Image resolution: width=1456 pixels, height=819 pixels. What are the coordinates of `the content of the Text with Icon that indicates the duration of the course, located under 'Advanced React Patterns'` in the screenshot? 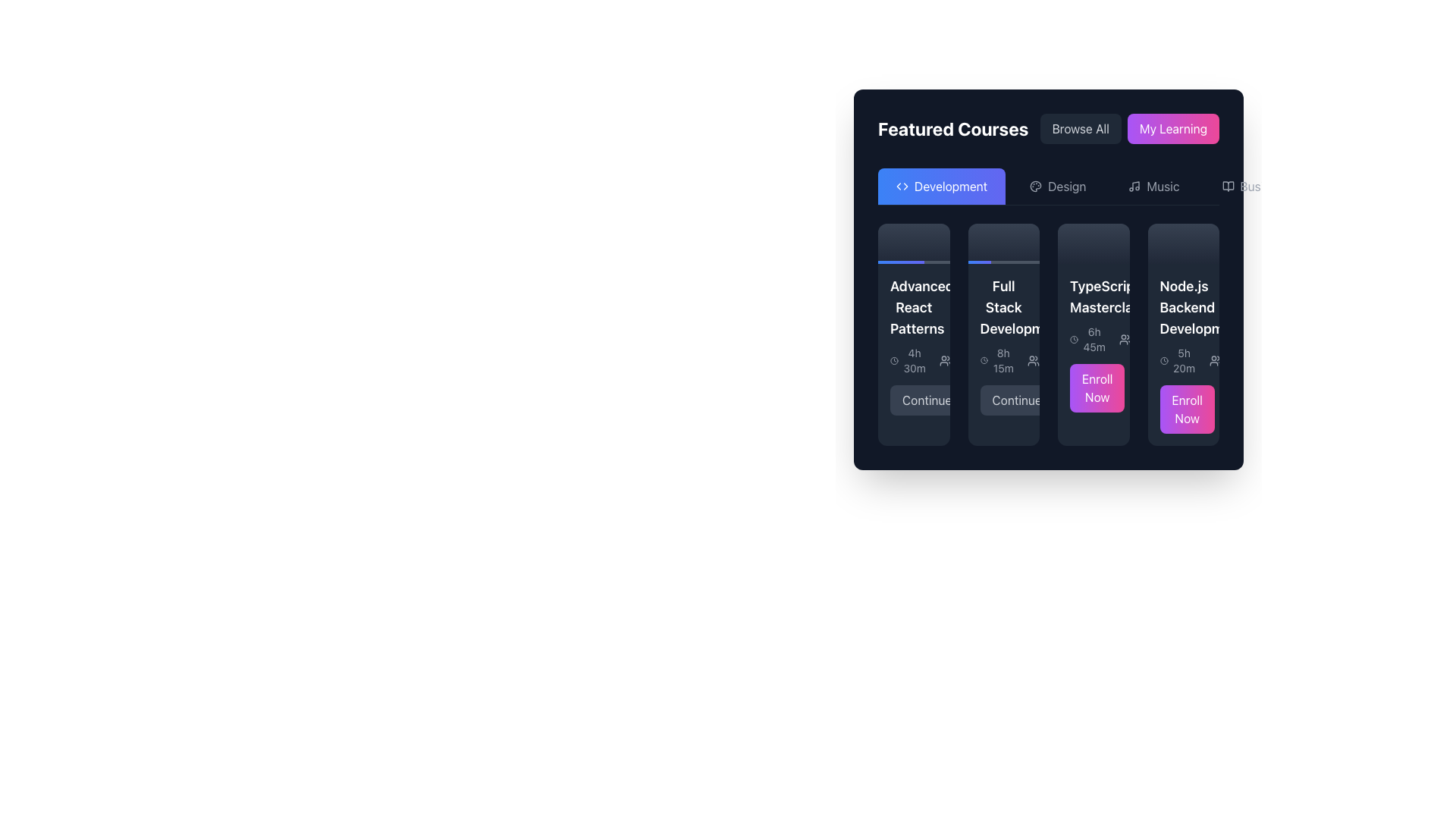 It's located at (912, 360).